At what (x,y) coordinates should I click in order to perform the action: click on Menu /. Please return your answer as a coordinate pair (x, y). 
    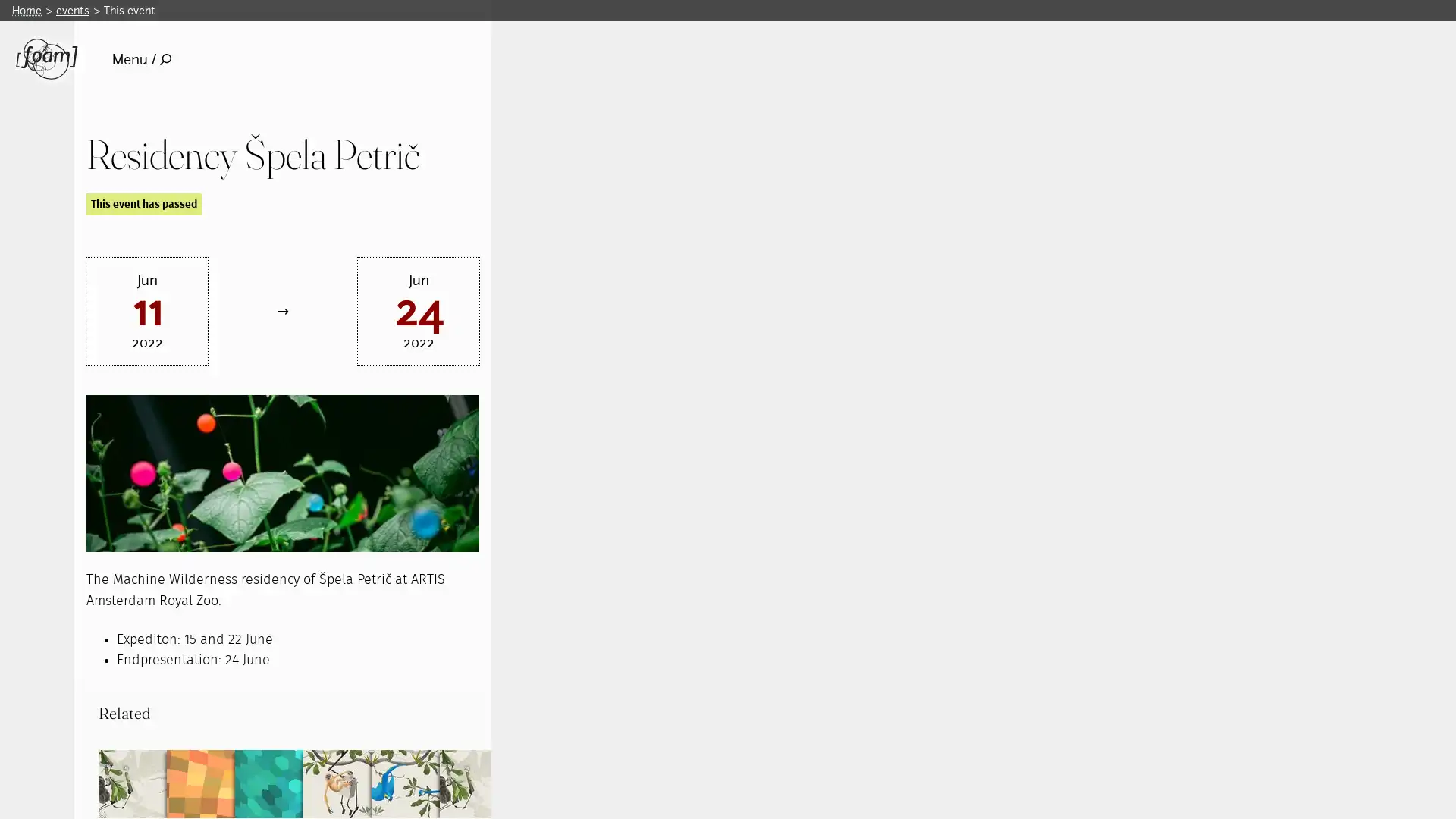
    Looking at the image, I should click on (141, 58).